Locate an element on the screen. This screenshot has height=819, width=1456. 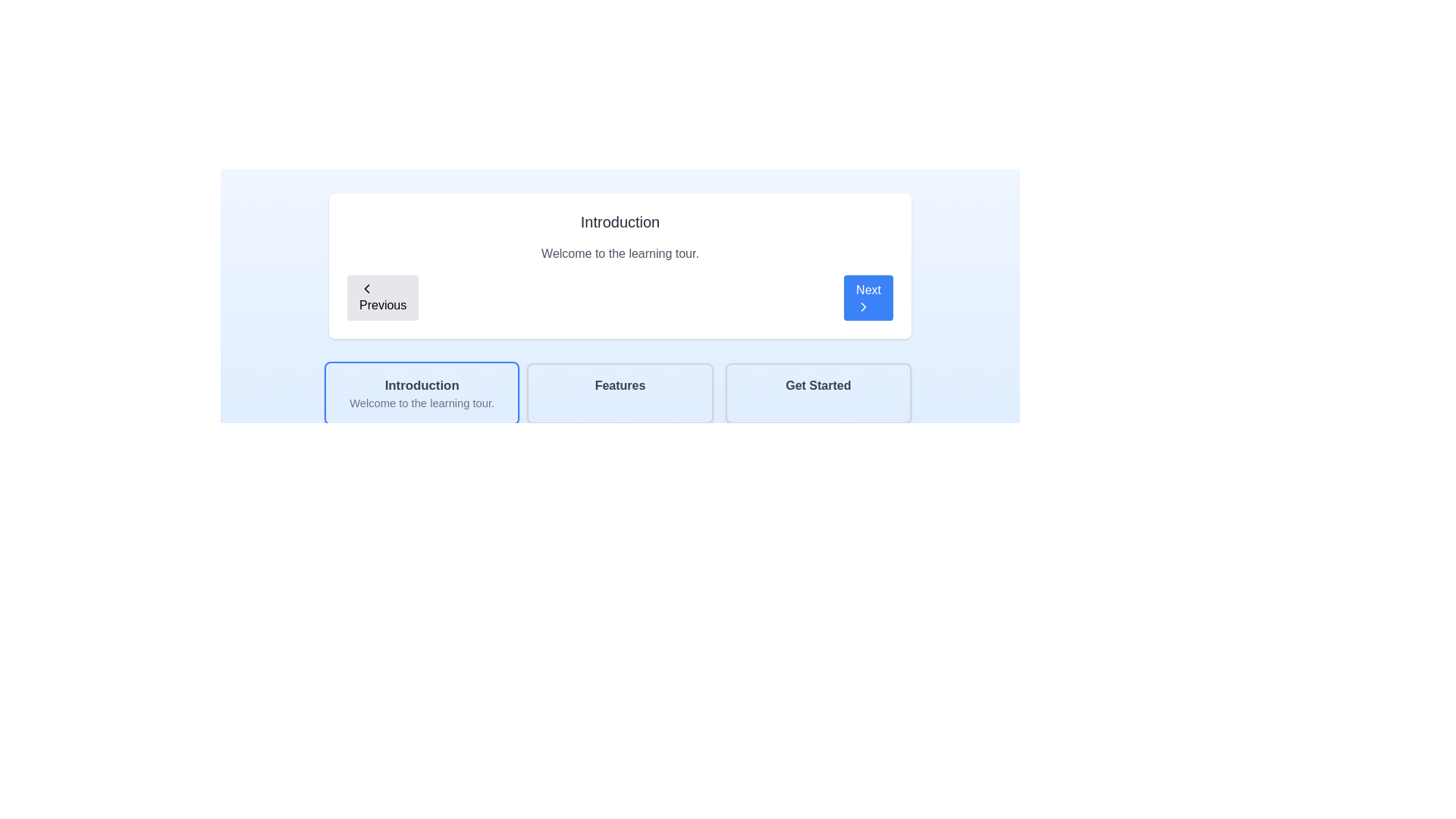
the 'Next' button located in the bottom-right area of the central card to proceed to the next step is located at coordinates (868, 298).